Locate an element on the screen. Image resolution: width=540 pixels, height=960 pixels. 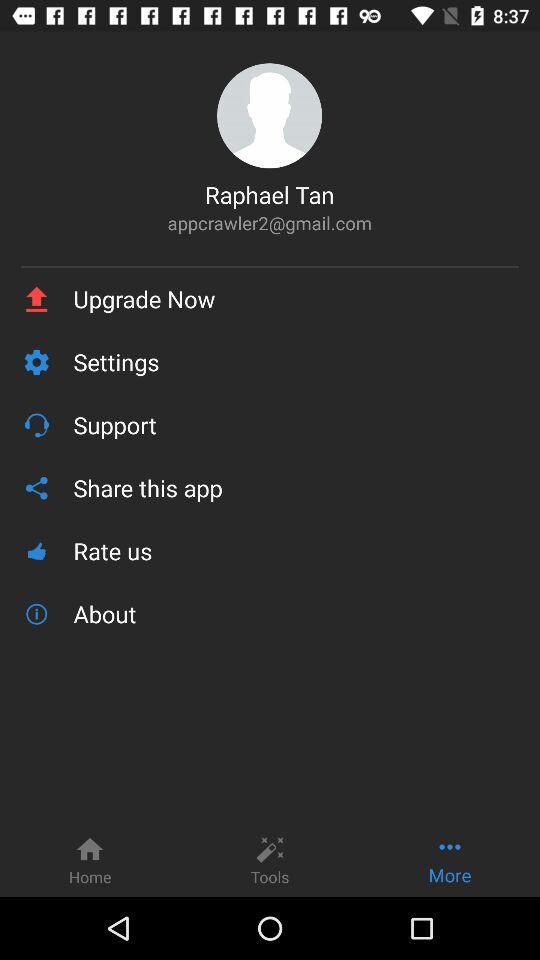
the upgrade now item is located at coordinates (295, 298).